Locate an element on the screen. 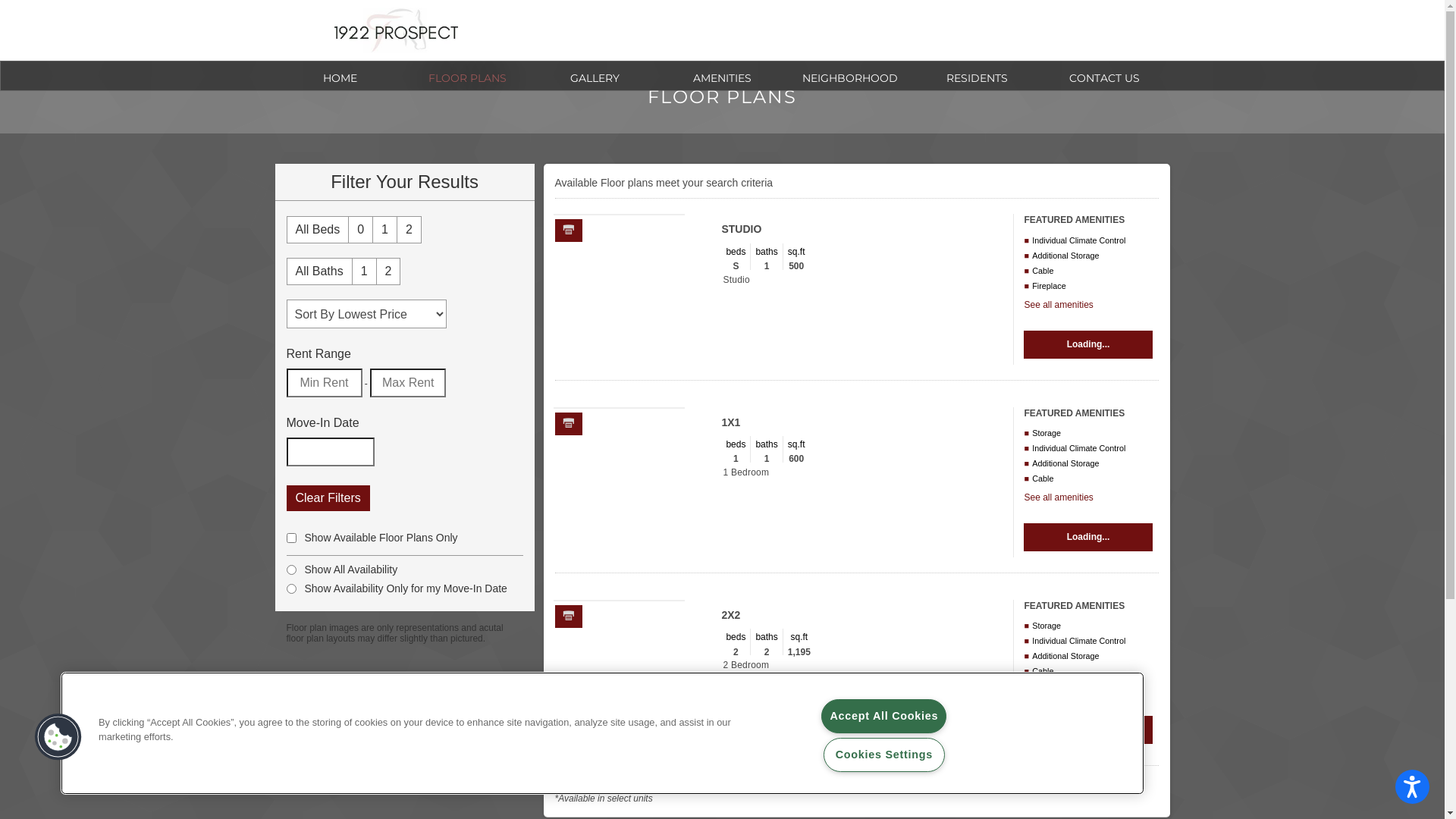 This screenshot has width=1456, height=819. '1922 Prospect Apartments' is located at coordinates (395, 30).